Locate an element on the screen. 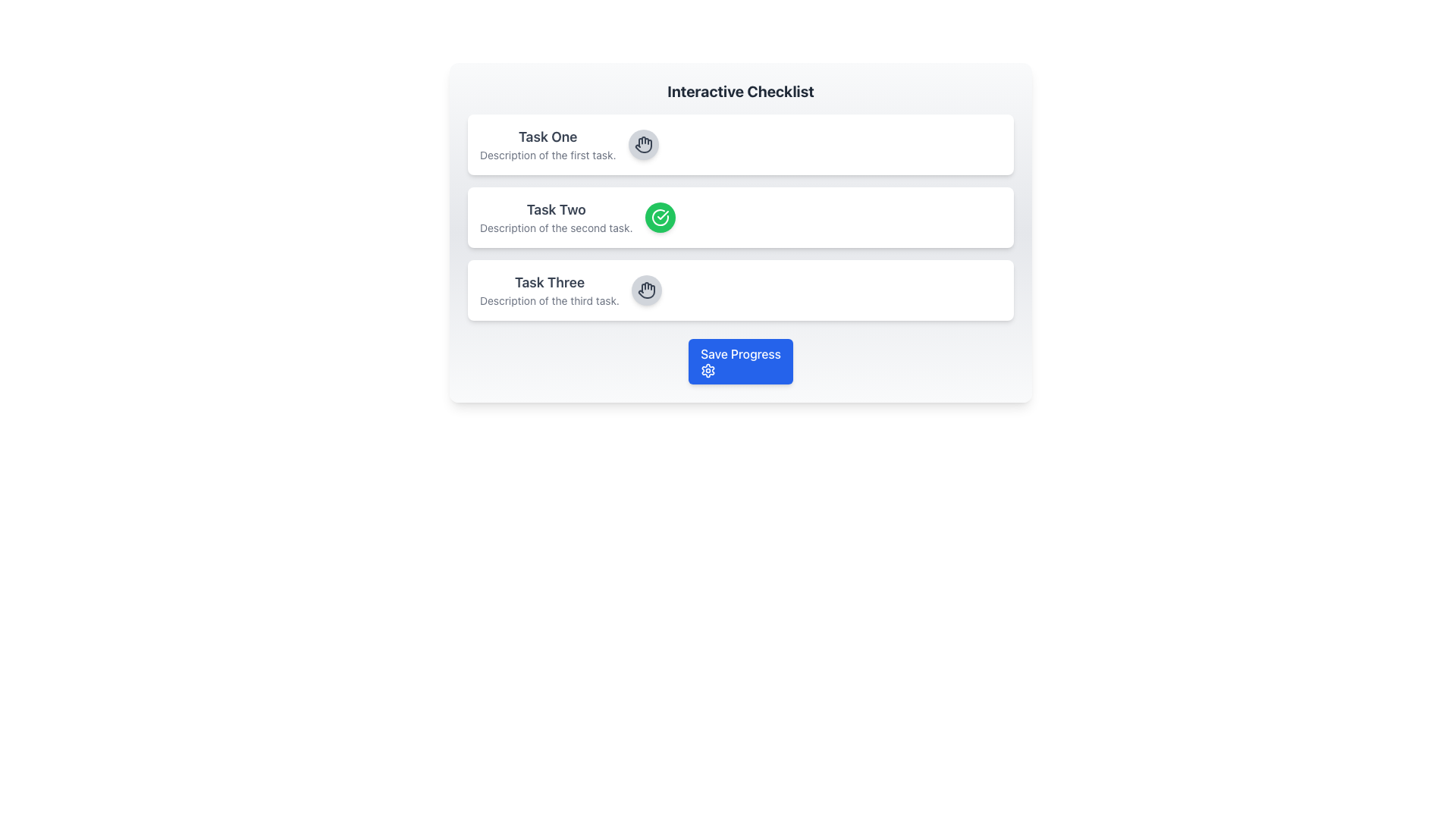 The height and width of the screenshot is (819, 1456). the button is located at coordinates (647, 290).